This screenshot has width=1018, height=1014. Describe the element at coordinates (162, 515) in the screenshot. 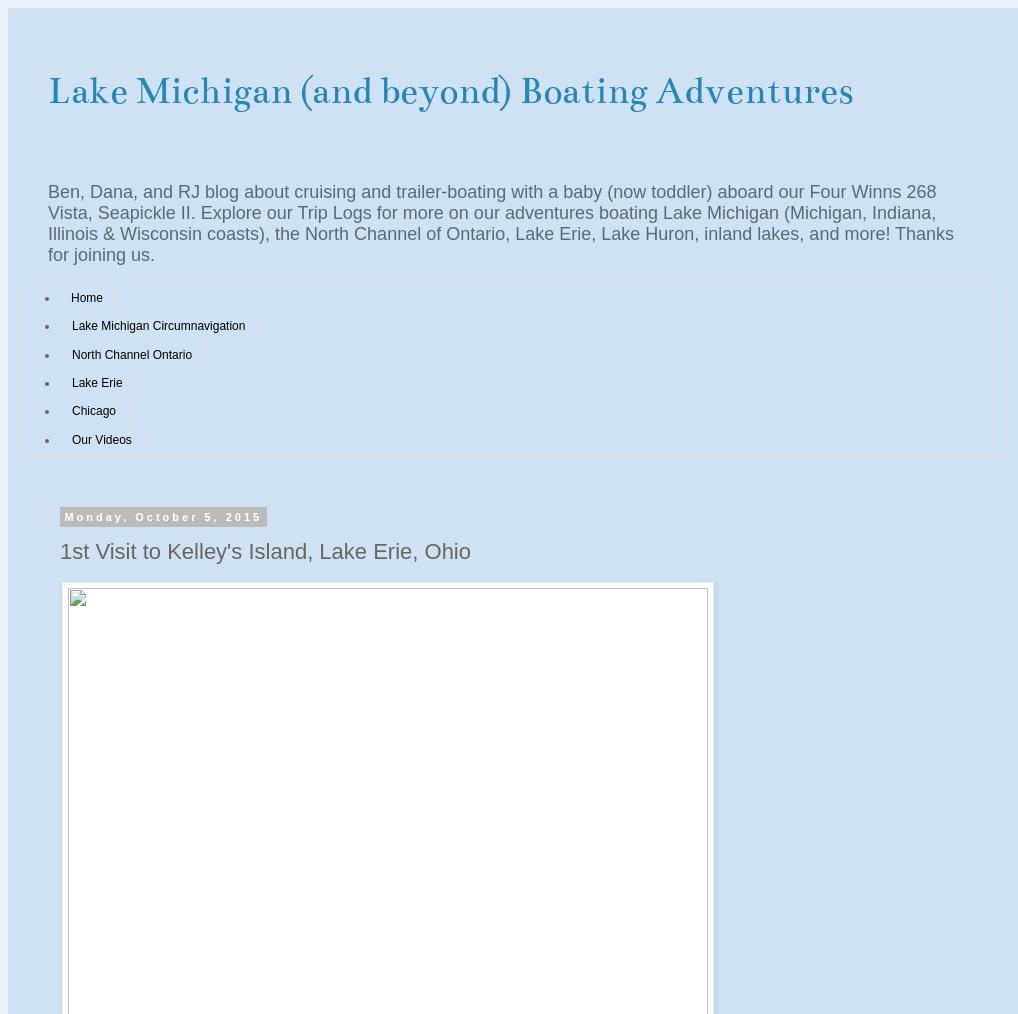

I see `'Monday, October 5, 2015'` at that location.